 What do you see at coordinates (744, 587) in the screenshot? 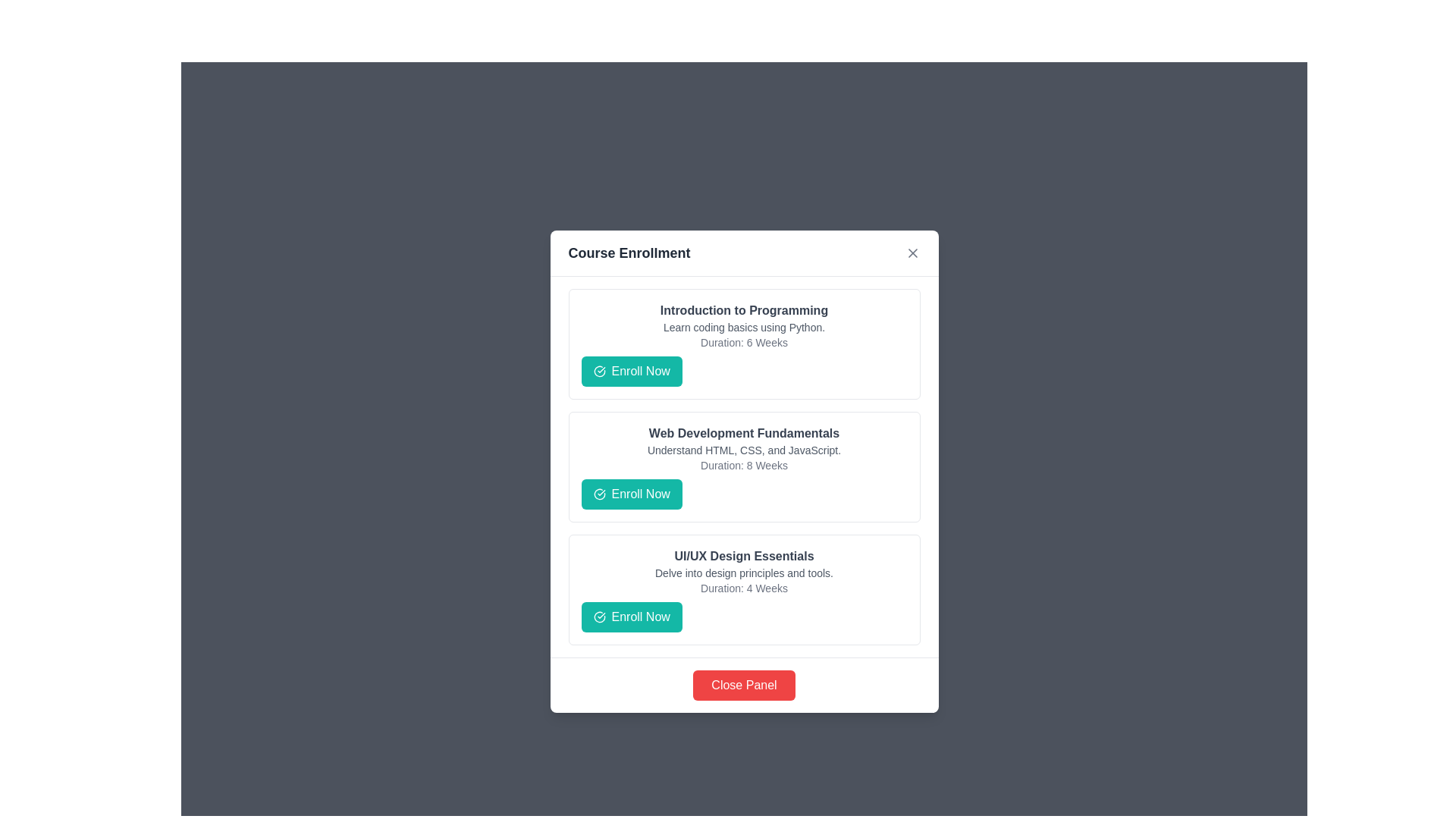
I see `the static text label indicating the duration of the course in the third course card, which is located above the 'Enroll Now' button` at bounding box center [744, 587].